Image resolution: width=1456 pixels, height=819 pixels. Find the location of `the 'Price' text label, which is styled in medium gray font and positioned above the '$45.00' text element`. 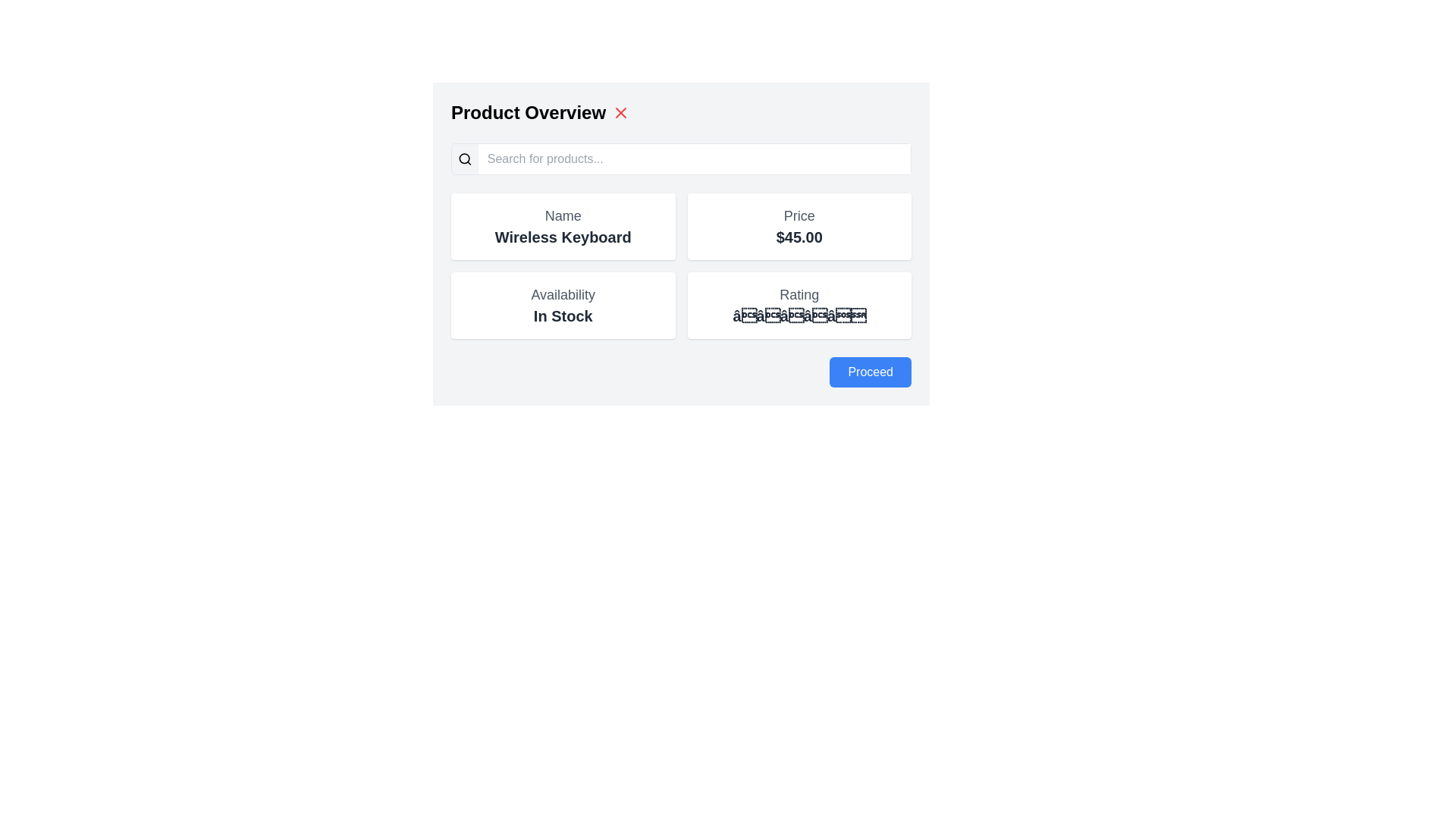

the 'Price' text label, which is styled in medium gray font and positioned above the '$45.00' text element is located at coordinates (799, 216).